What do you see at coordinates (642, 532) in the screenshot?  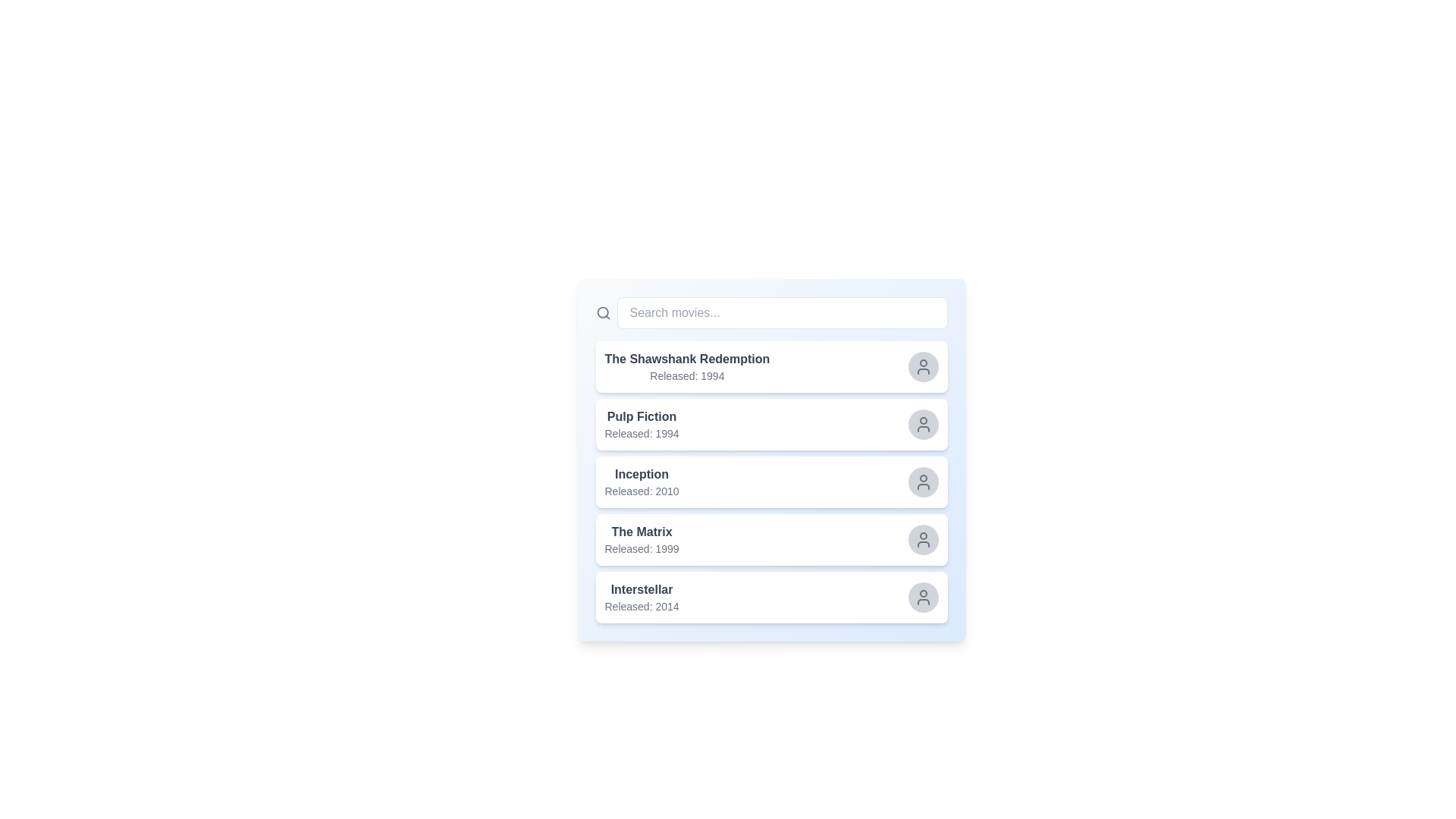 I see `the text label displaying the title 'The Matrix'` at bounding box center [642, 532].